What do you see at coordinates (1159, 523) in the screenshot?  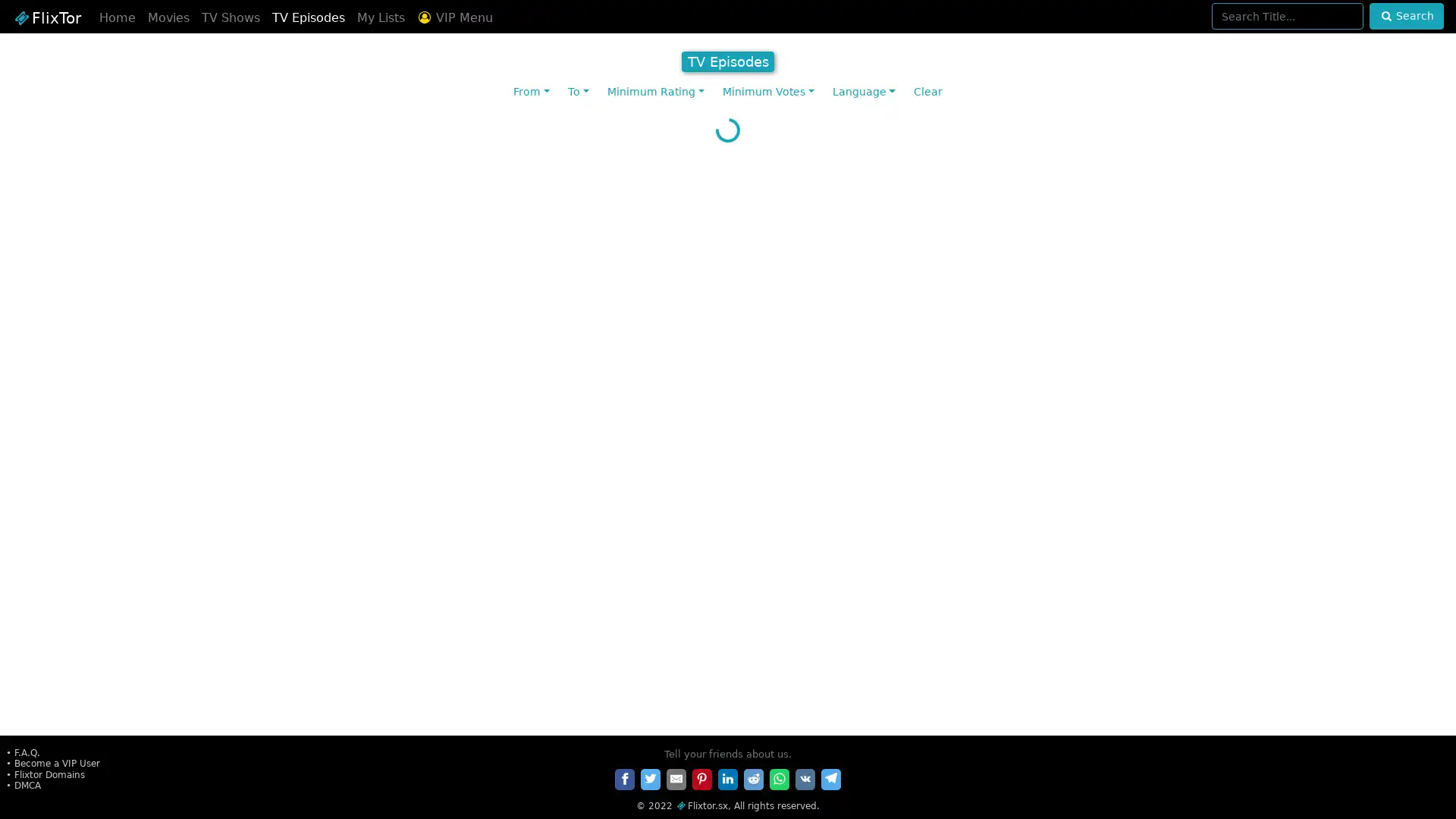 I see `Watch Now` at bounding box center [1159, 523].